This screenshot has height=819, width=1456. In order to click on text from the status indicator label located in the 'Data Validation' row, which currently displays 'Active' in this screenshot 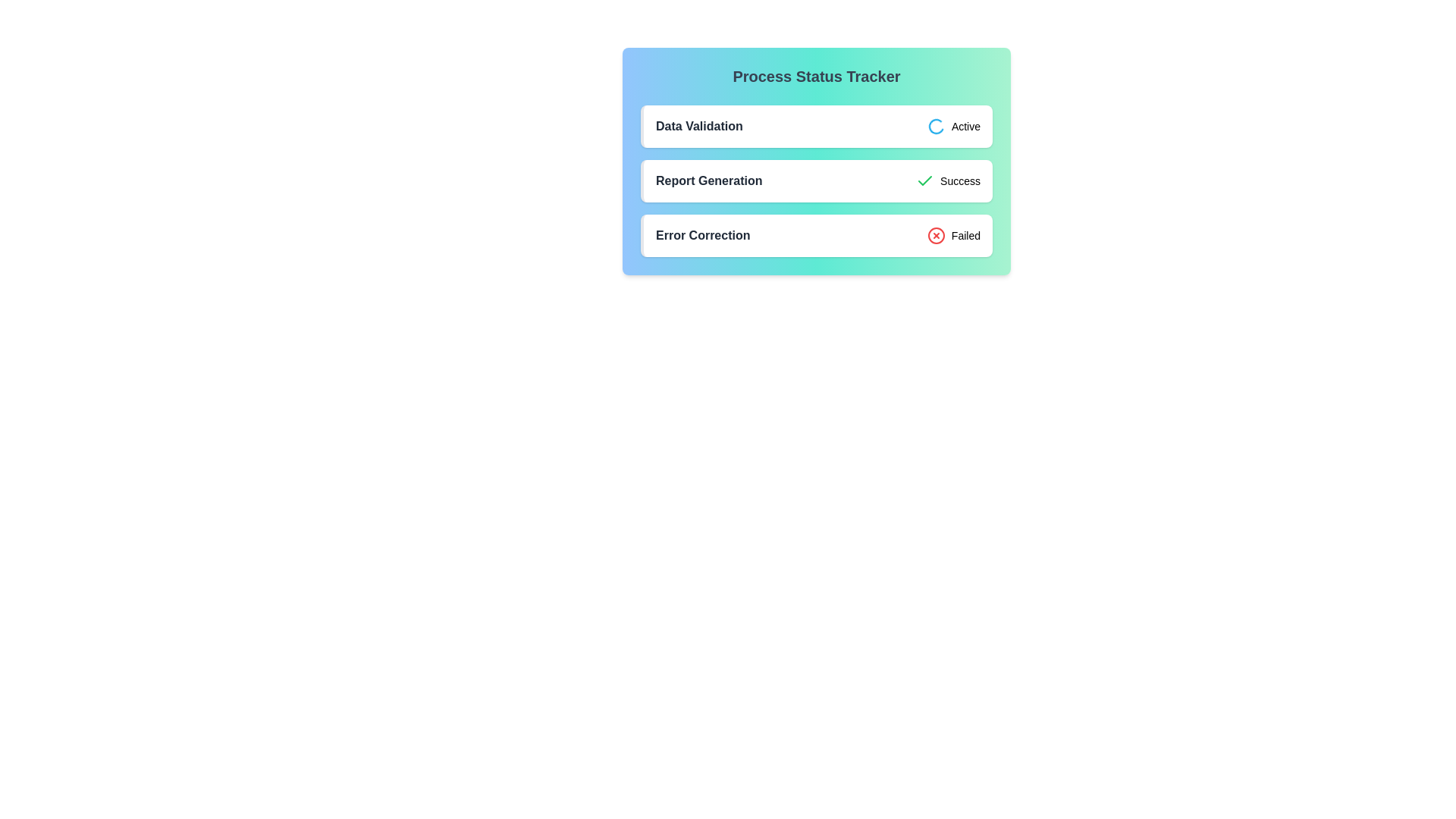, I will do `click(965, 125)`.